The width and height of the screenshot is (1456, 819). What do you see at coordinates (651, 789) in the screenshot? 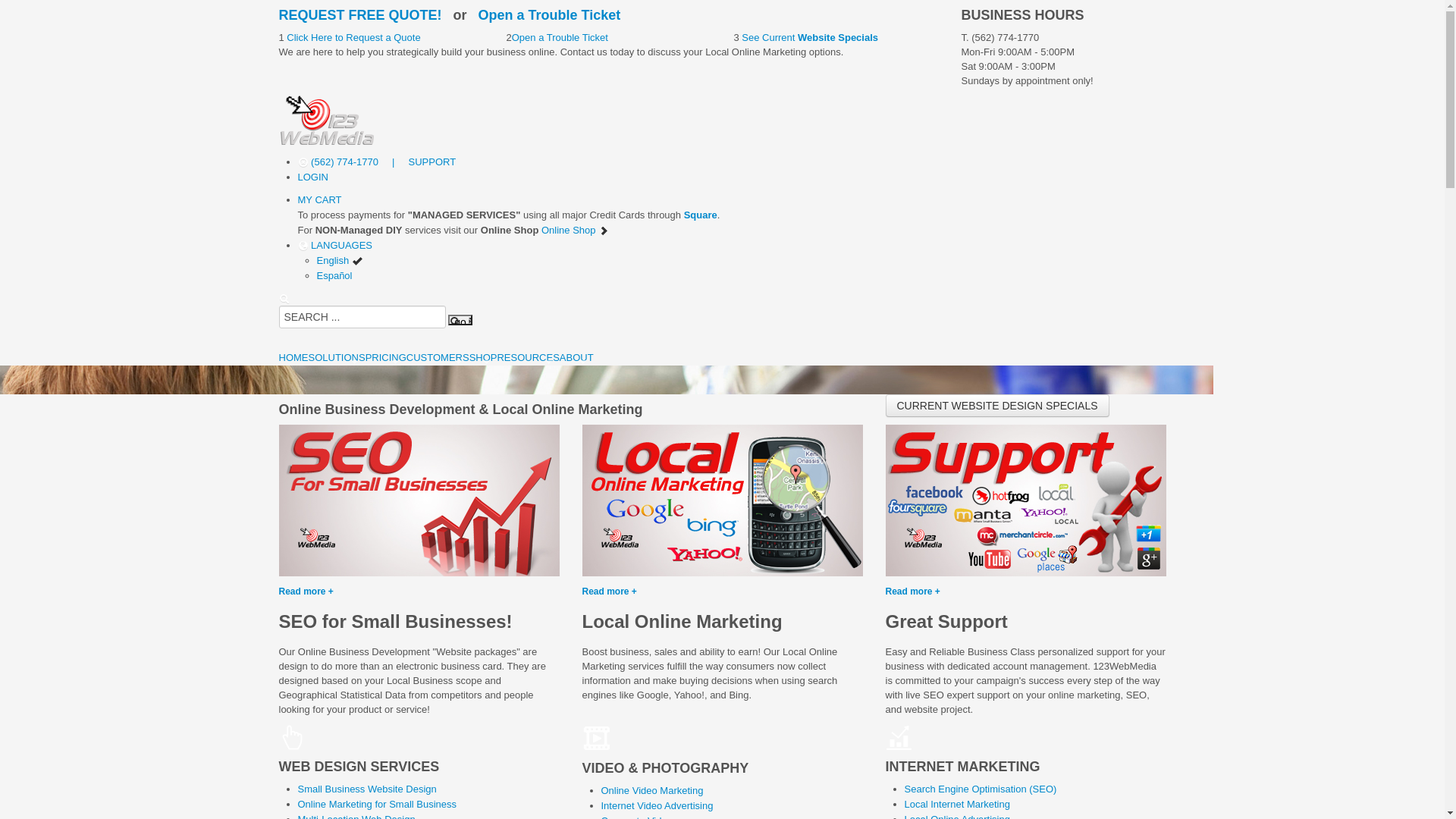
I see `'Online Video Marketing'` at bounding box center [651, 789].